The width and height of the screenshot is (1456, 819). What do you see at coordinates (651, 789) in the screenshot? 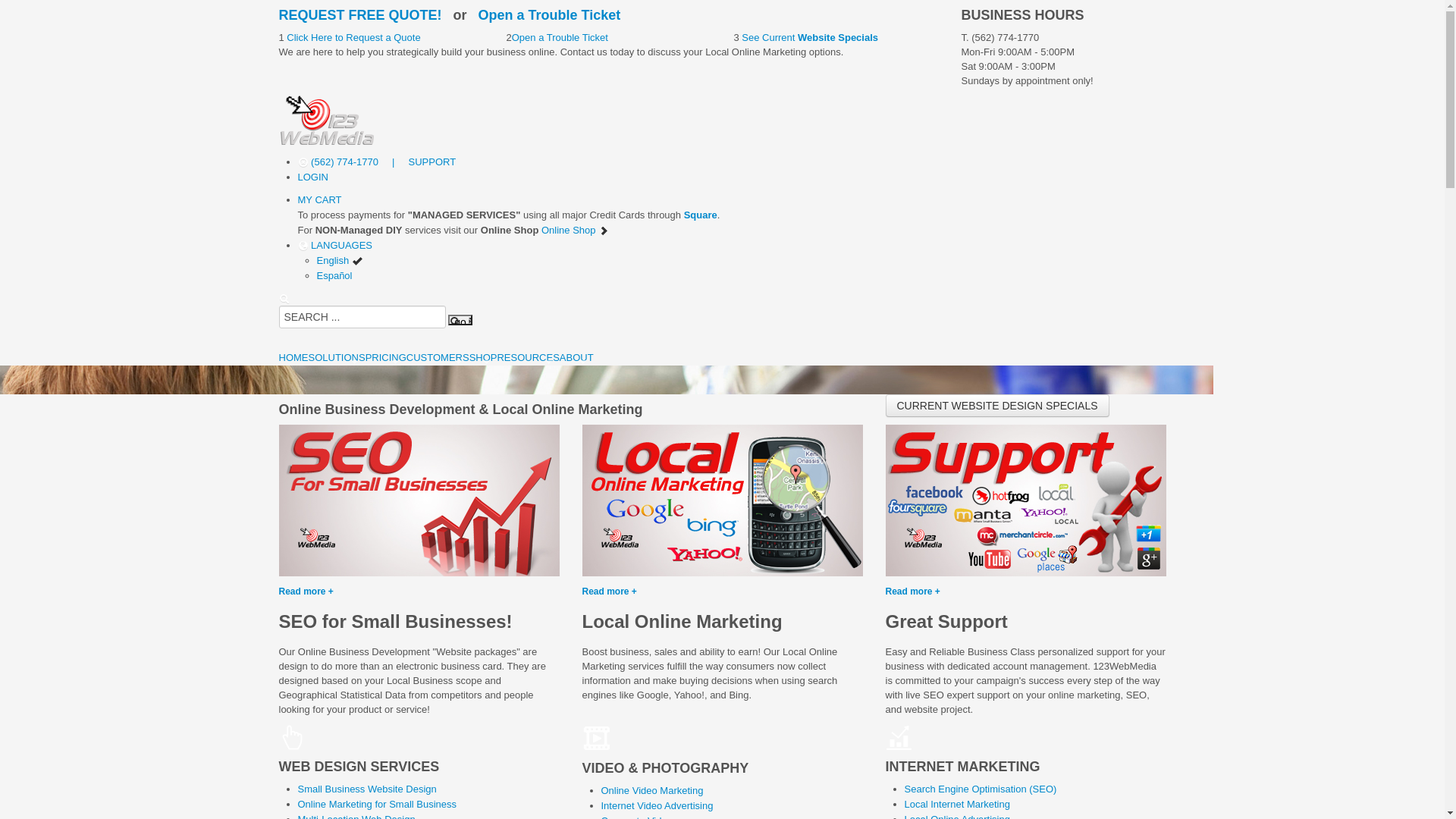
I see `'Online Video Marketing'` at bounding box center [651, 789].